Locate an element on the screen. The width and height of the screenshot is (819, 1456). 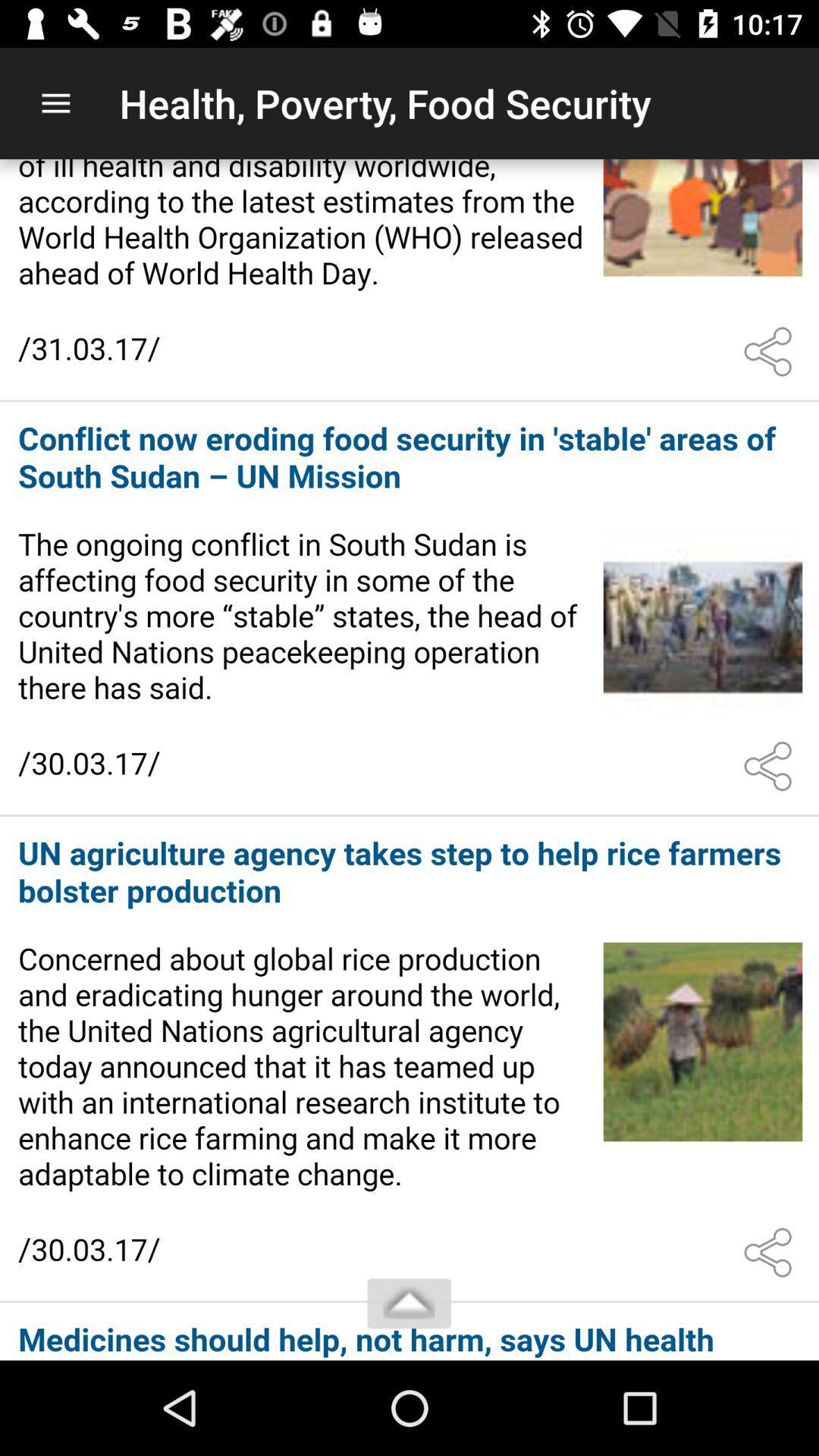
the share icon is located at coordinates (771, 1253).